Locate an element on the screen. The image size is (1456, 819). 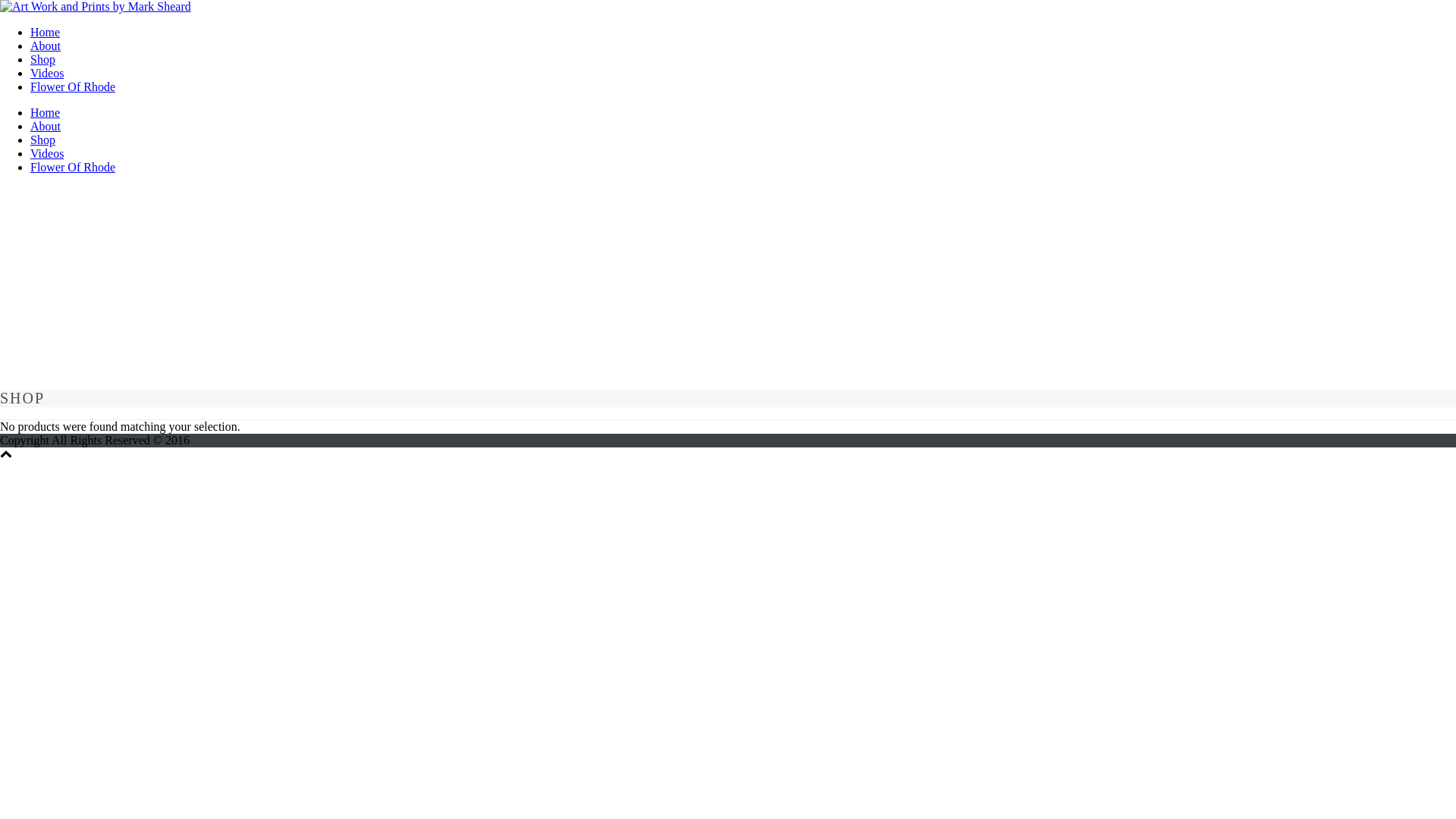
'Shop' is located at coordinates (42, 140).